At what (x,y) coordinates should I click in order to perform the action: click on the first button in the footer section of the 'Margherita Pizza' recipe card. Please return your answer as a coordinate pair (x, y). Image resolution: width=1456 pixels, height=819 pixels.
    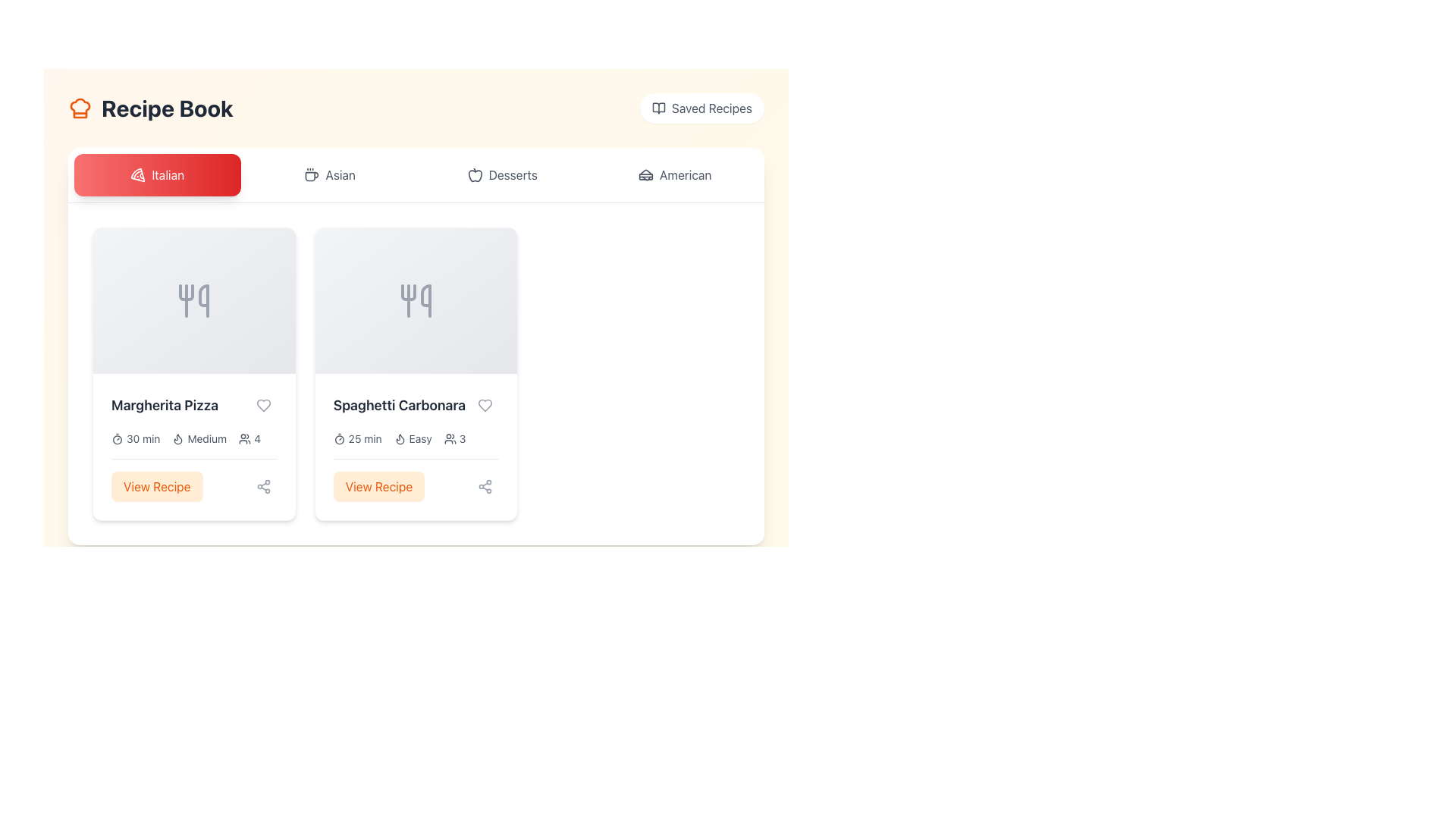
    Looking at the image, I should click on (157, 486).